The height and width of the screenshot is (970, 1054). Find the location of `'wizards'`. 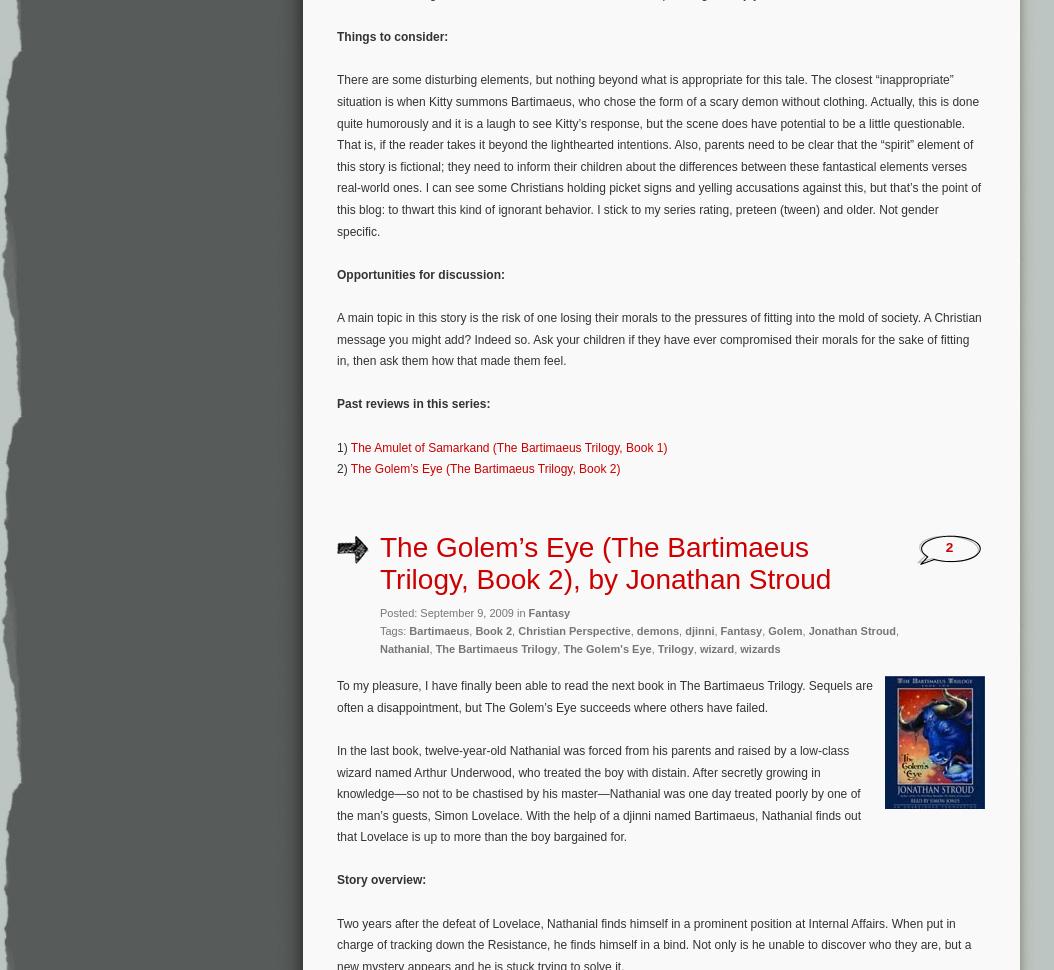

'wizards' is located at coordinates (760, 646).